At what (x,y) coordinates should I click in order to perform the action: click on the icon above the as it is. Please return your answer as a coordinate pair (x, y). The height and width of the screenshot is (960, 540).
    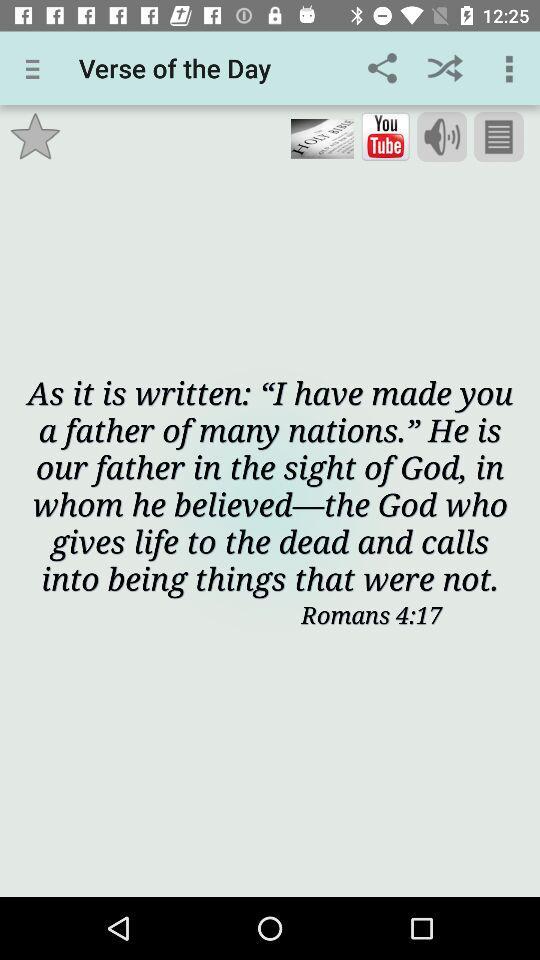
    Looking at the image, I should click on (35, 135).